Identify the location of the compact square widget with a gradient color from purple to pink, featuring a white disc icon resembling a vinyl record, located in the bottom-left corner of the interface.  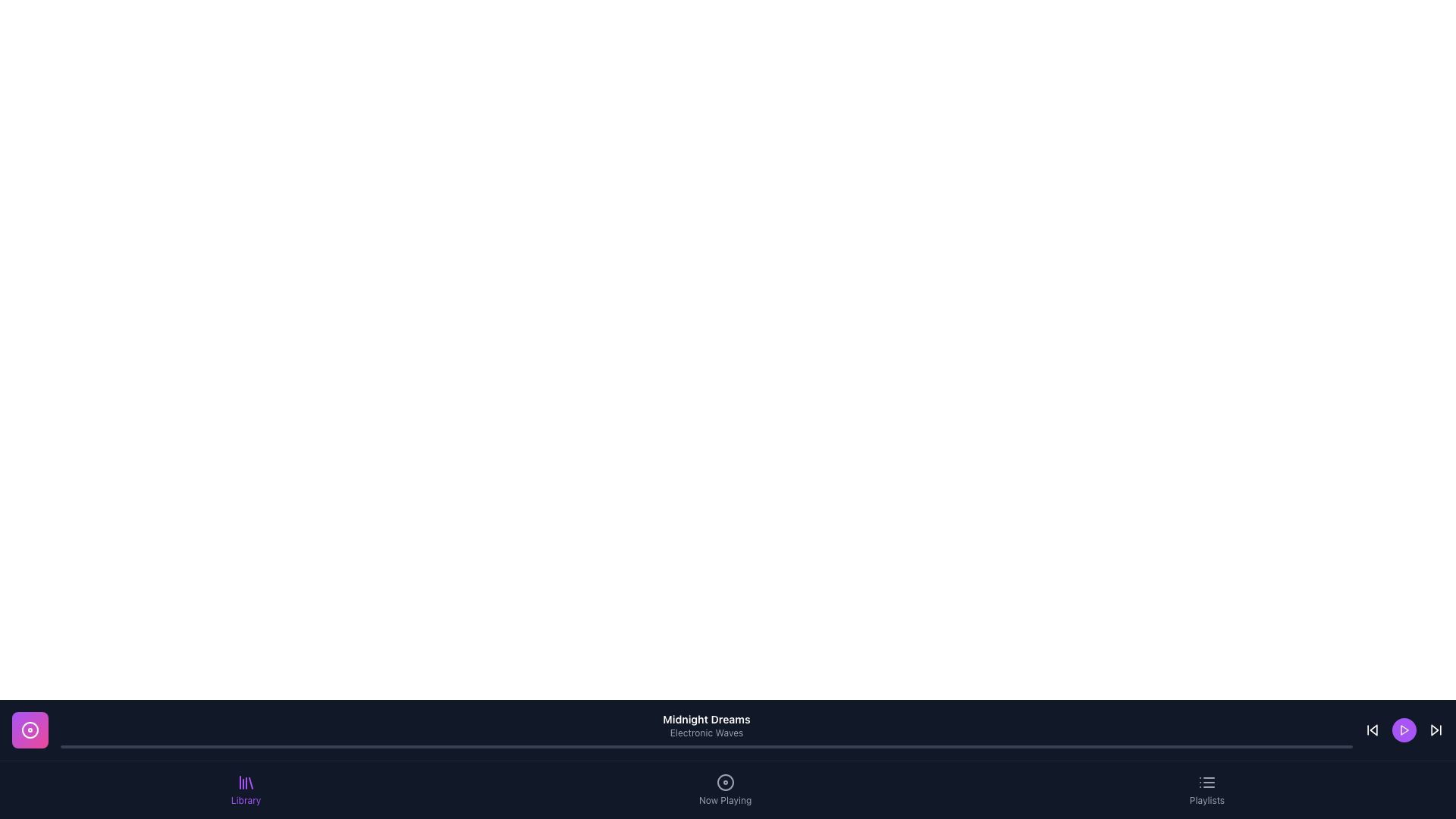
(30, 730).